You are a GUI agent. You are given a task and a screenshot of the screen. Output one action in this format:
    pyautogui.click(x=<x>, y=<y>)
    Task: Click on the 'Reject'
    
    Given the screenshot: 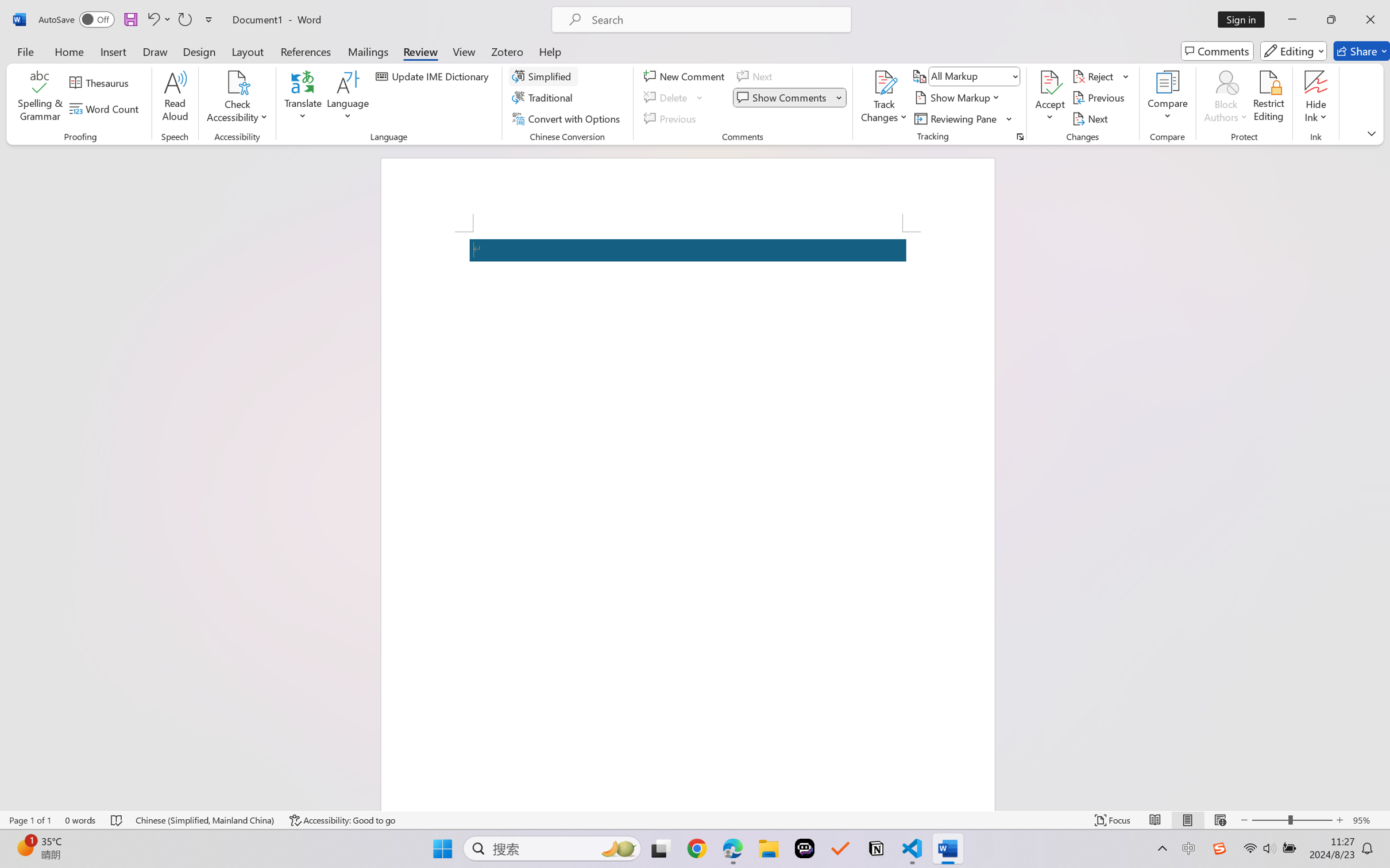 What is the action you would take?
    pyautogui.click(x=1101, y=75)
    